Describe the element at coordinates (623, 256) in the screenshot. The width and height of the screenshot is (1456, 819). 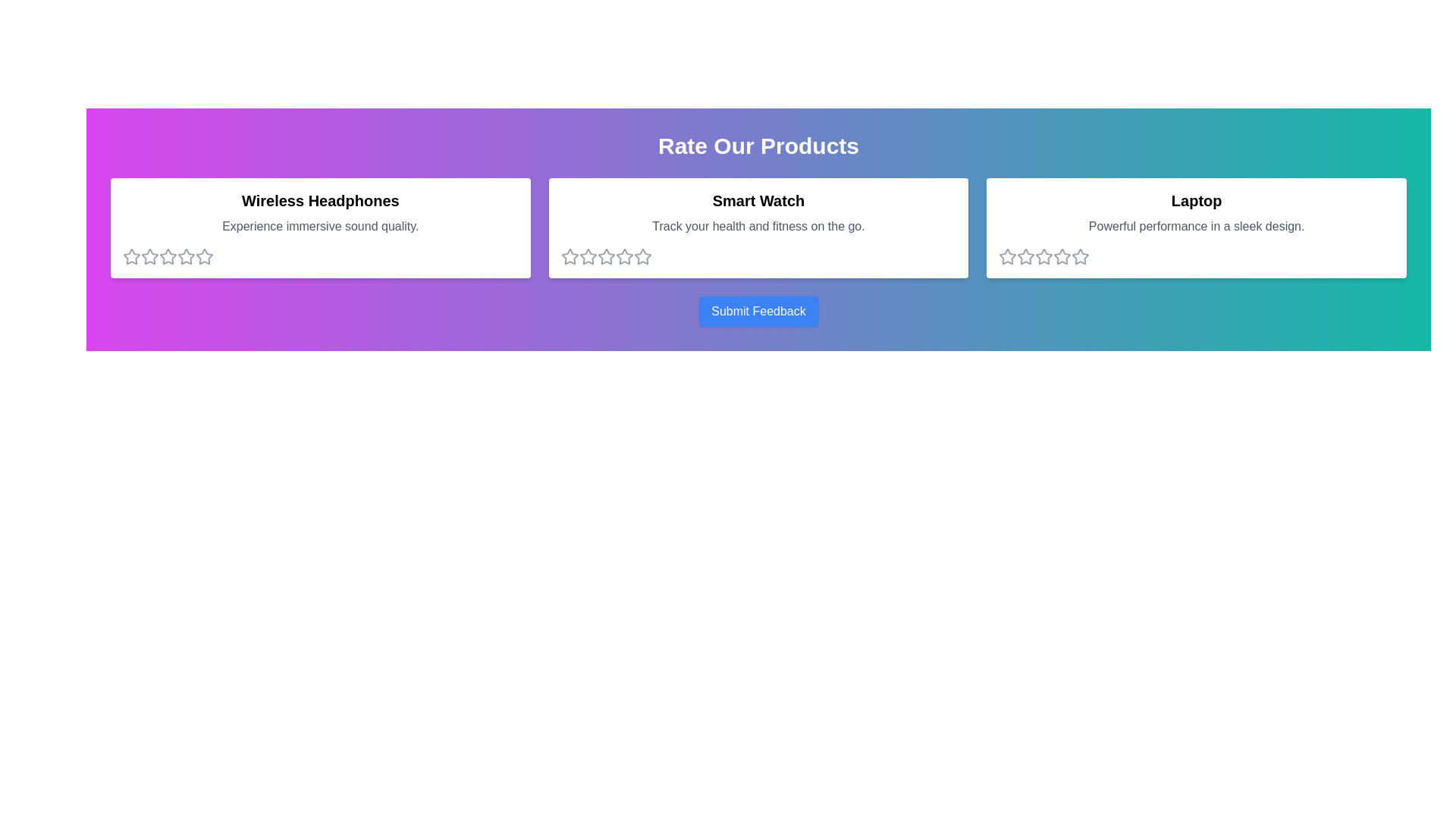
I see `the 4 star for the product Smart Watch to set its rating` at that location.